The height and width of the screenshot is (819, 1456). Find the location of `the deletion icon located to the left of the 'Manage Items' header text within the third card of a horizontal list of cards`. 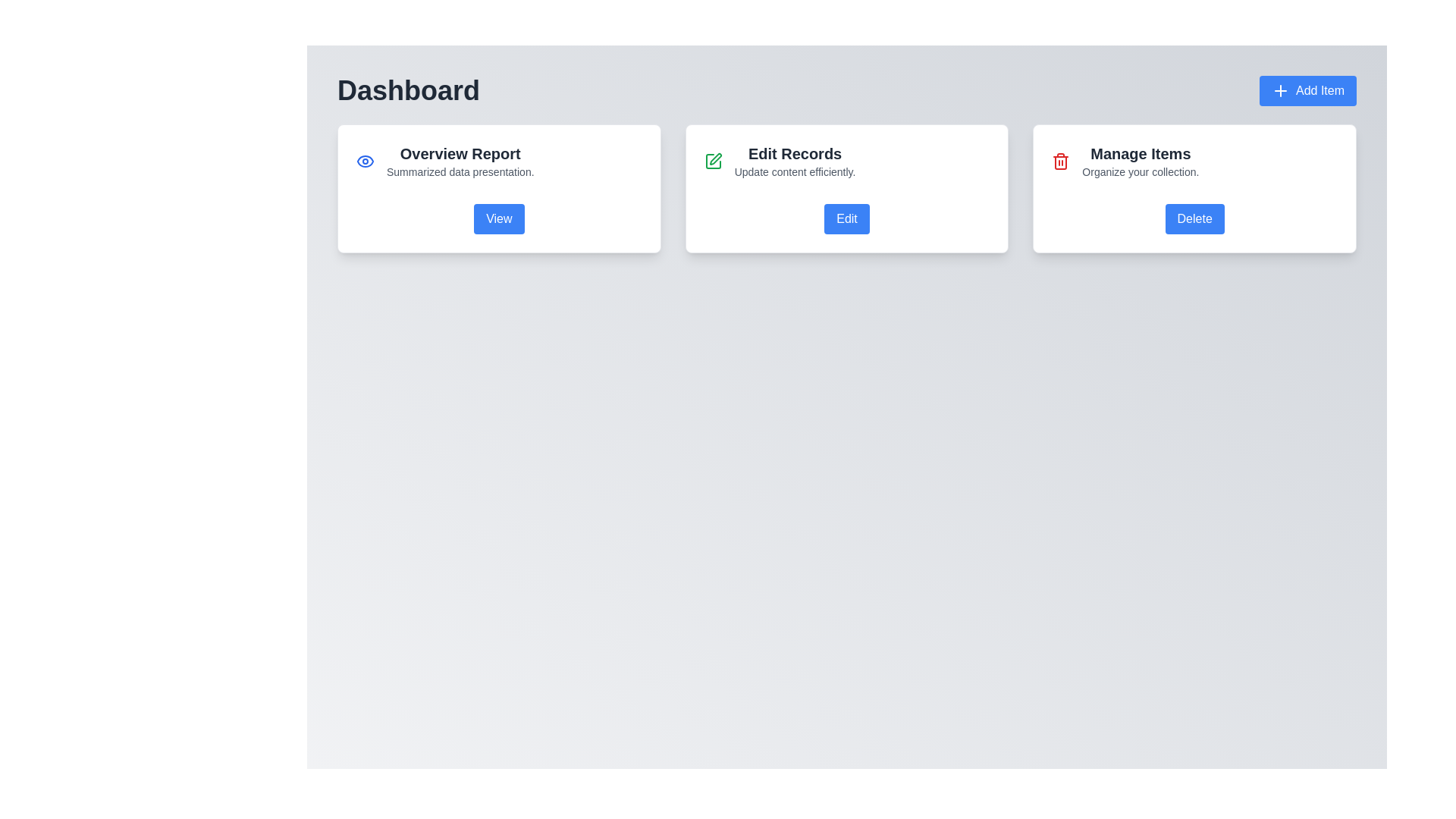

the deletion icon located to the left of the 'Manage Items' header text within the third card of a horizontal list of cards is located at coordinates (1060, 161).